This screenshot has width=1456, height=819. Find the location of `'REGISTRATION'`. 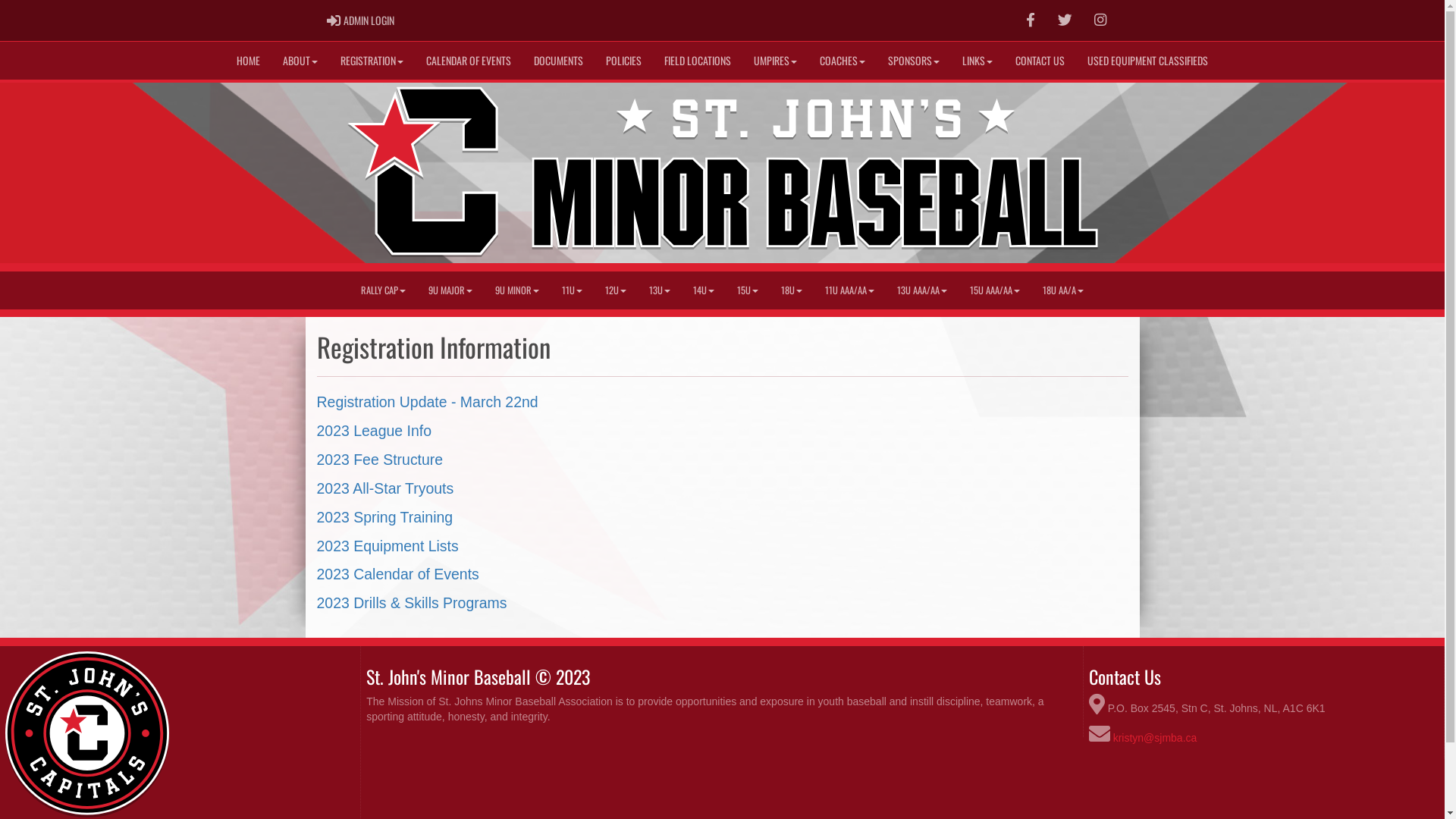

'REGISTRATION' is located at coordinates (372, 60).